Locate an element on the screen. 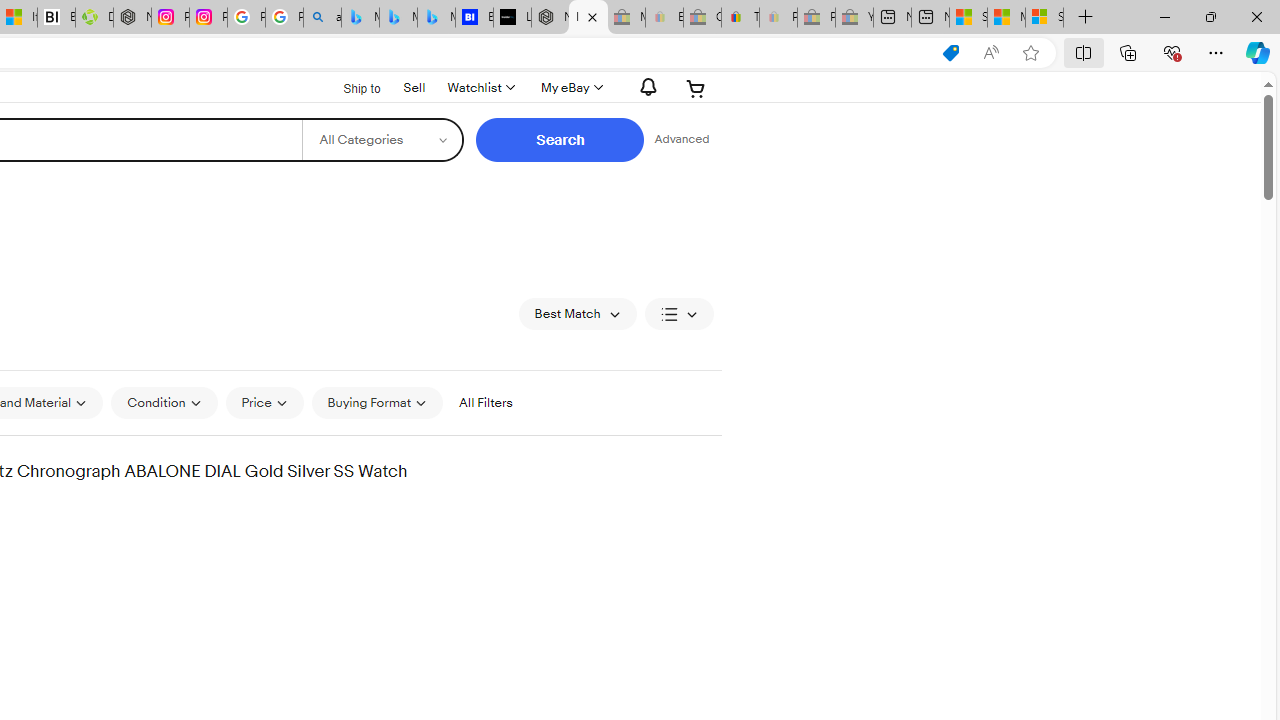 The image size is (1280, 720). 'Press Room - eBay Inc. - Sleeping' is located at coordinates (816, 17).